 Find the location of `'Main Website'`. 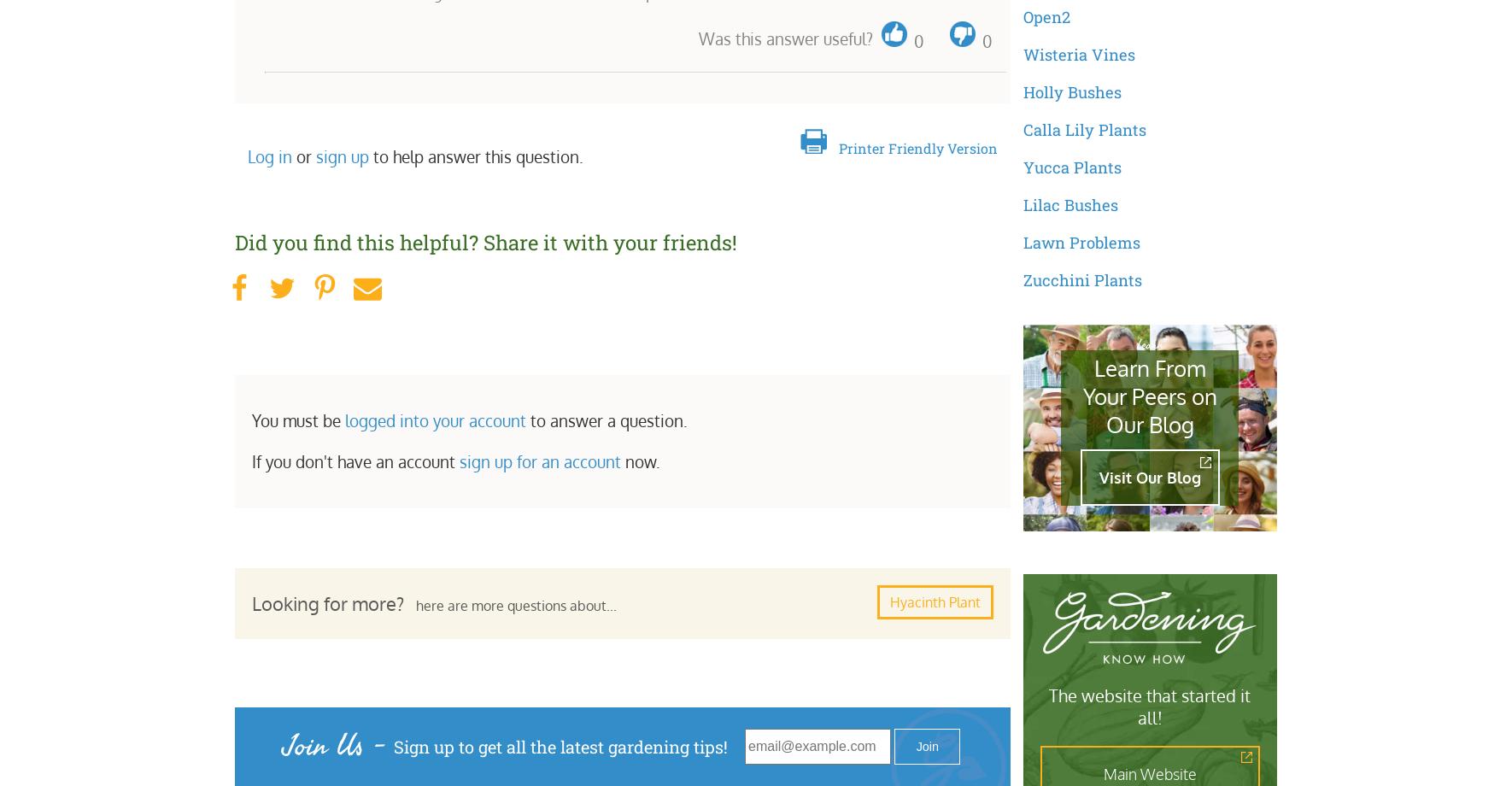

'Main Website' is located at coordinates (1149, 773).